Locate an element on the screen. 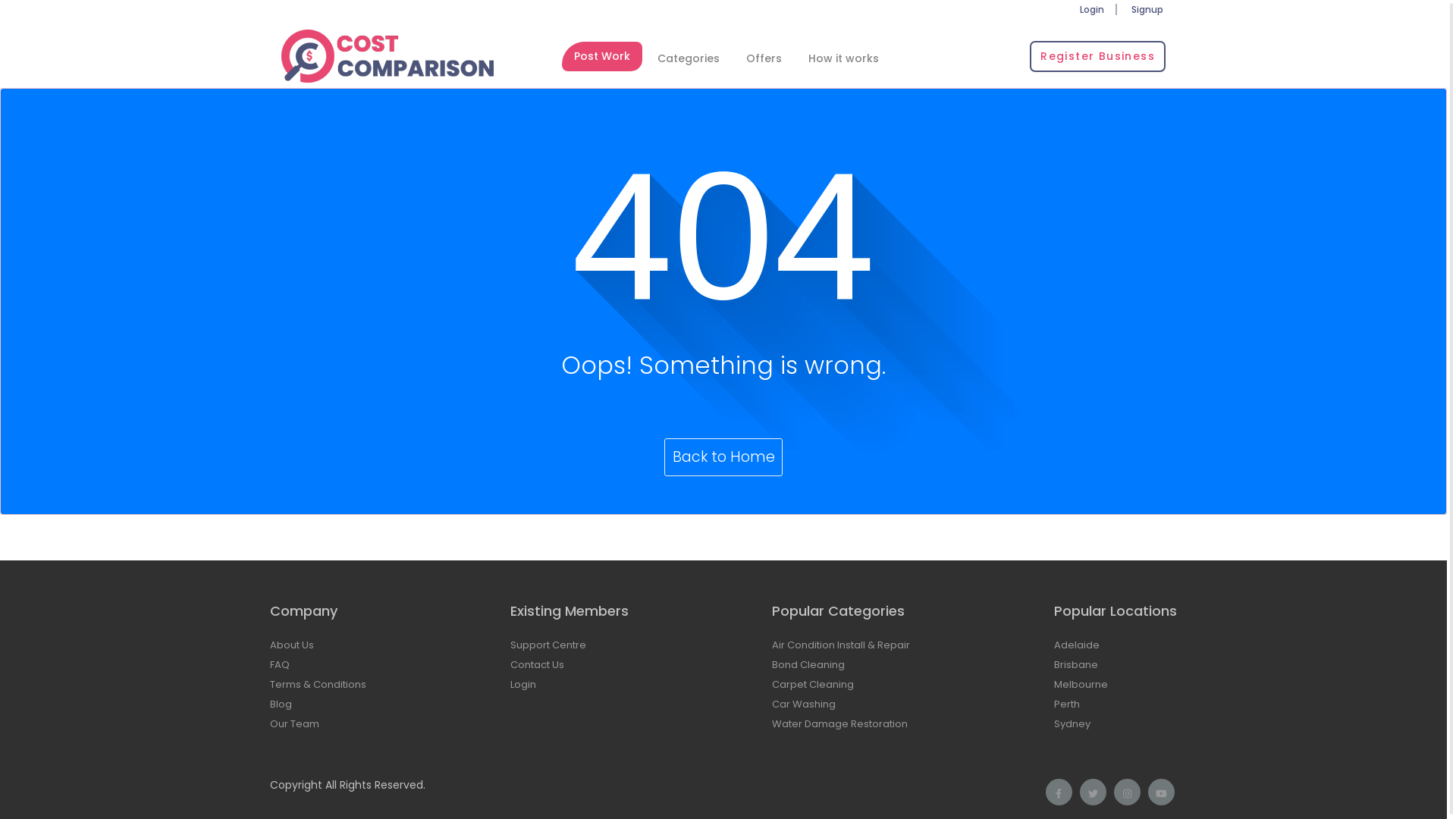  'Carpet Cleaning' is located at coordinates (811, 684).